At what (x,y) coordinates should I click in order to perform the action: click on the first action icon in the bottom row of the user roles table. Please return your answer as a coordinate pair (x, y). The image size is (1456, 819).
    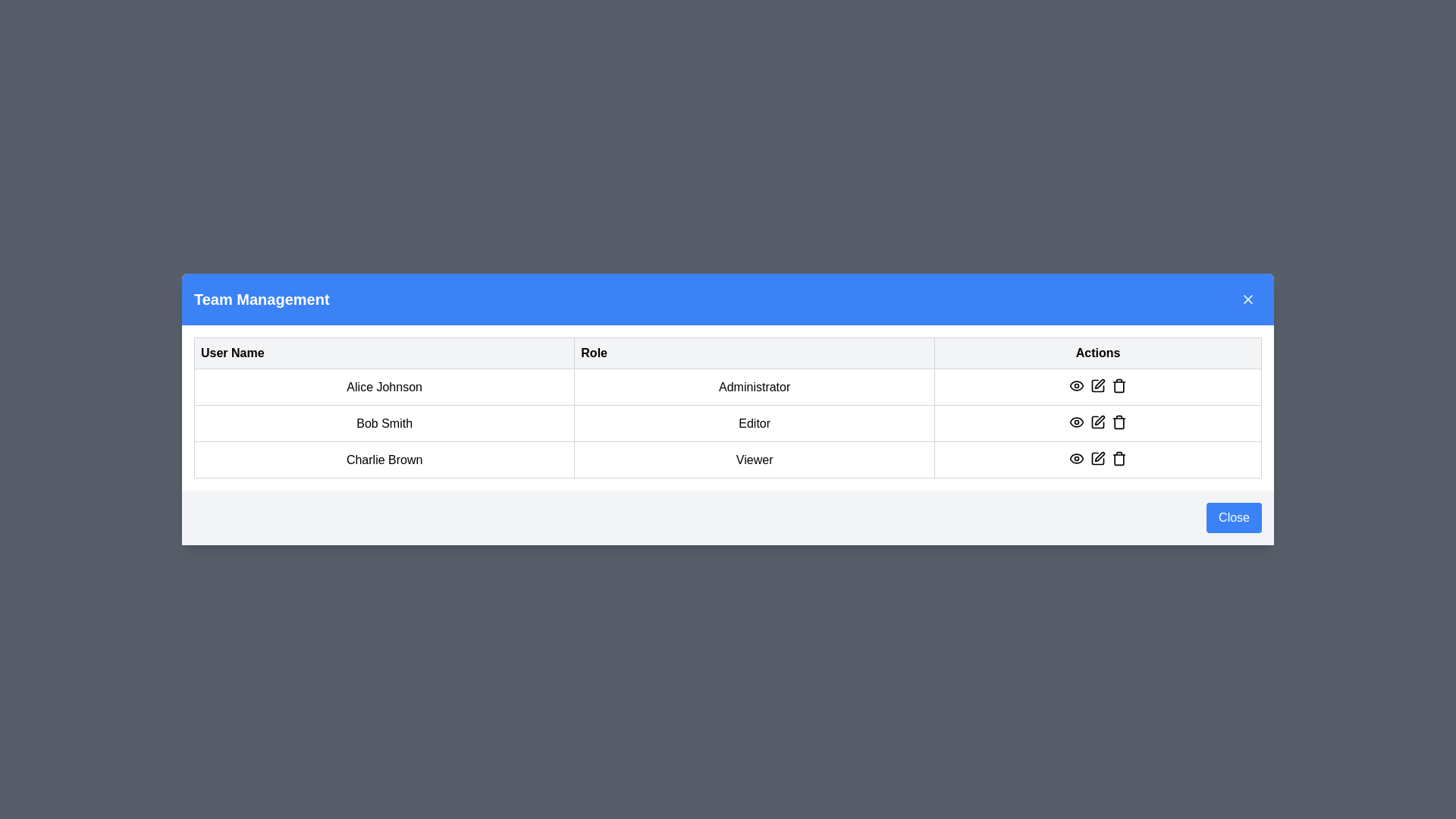
    Looking at the image, I should click on (1076, 458).